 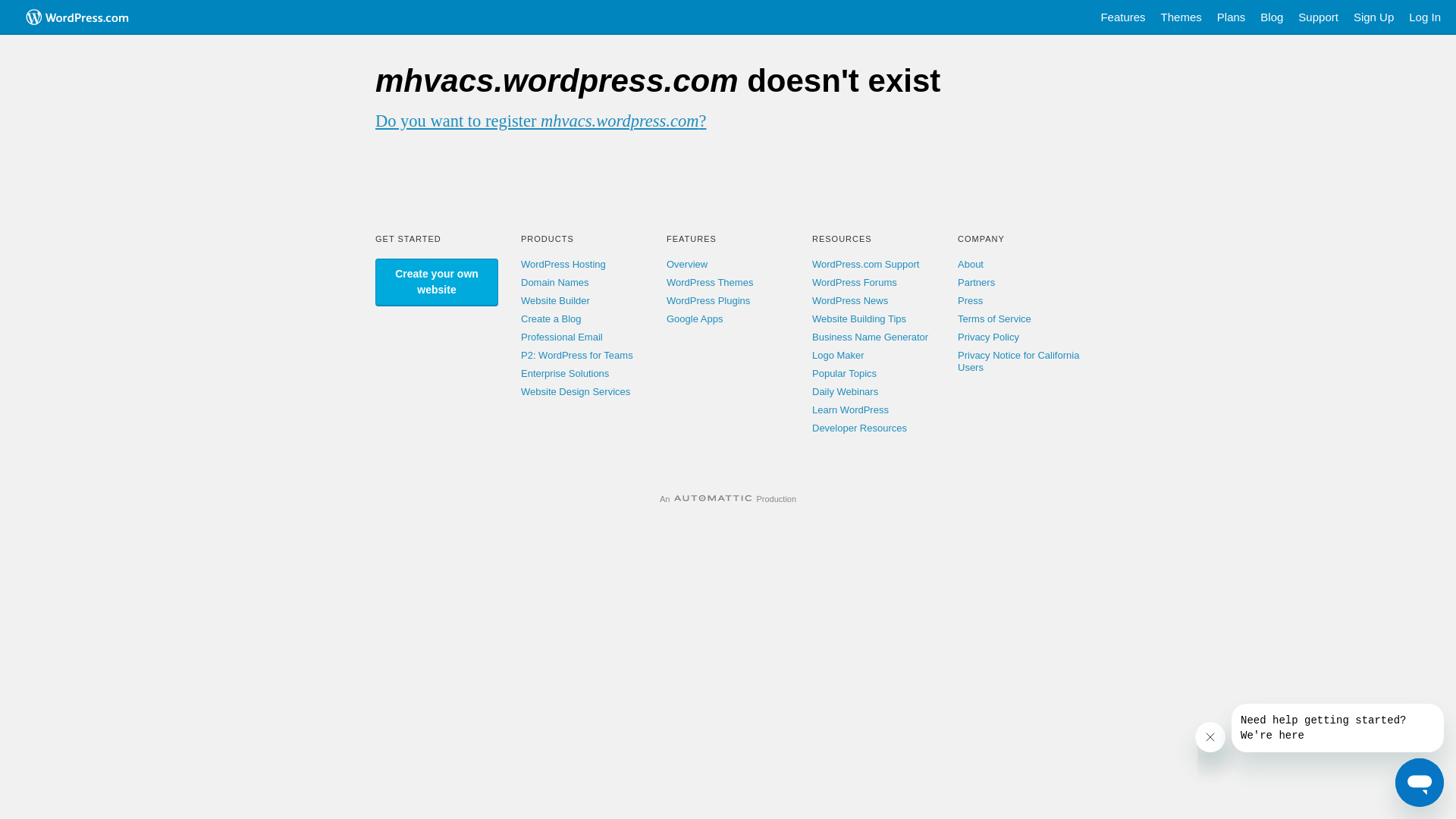 I want to click on 'Daily Webinars', so click(x=844, y=391).